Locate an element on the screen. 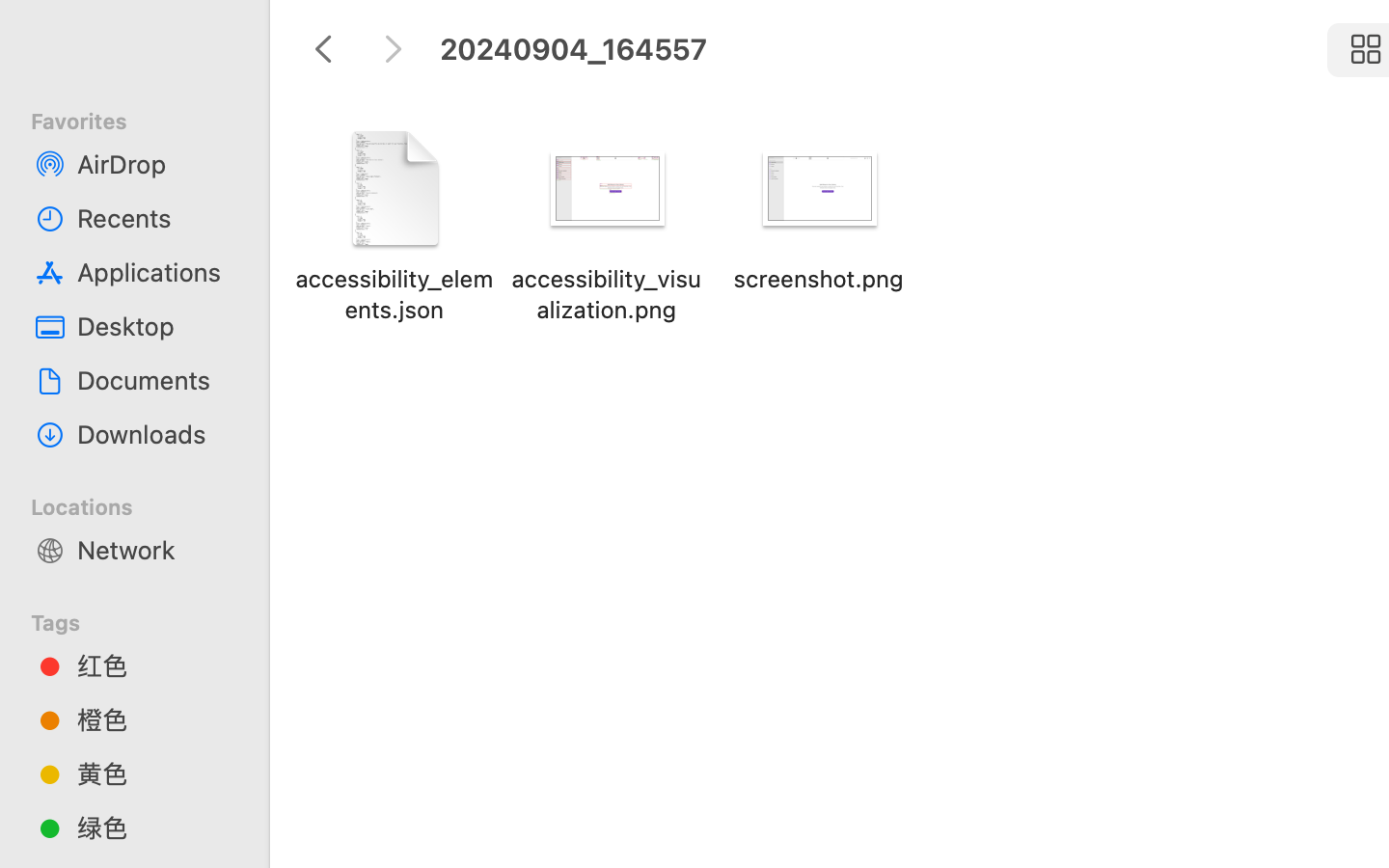 The width and height of the screenshot is (1389, 868). 'Documents' is located at coordinates (153, 380).